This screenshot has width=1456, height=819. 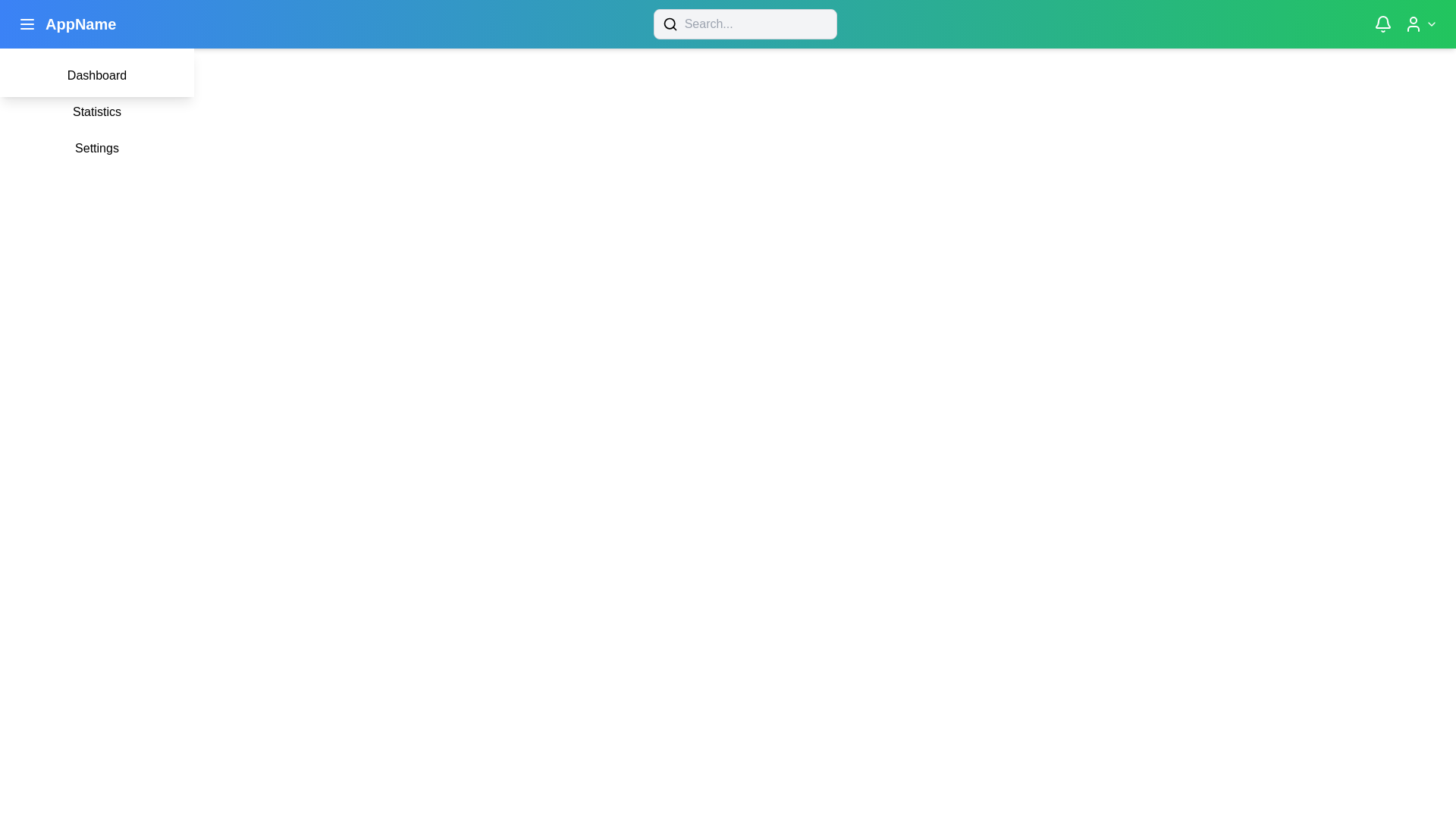 What do you see at coordinates (96, 149) in the screenshot?
I see `the settings button located in the dropdown menu, which is the third item below 'Statistics'` at bounding box center [96, 149].